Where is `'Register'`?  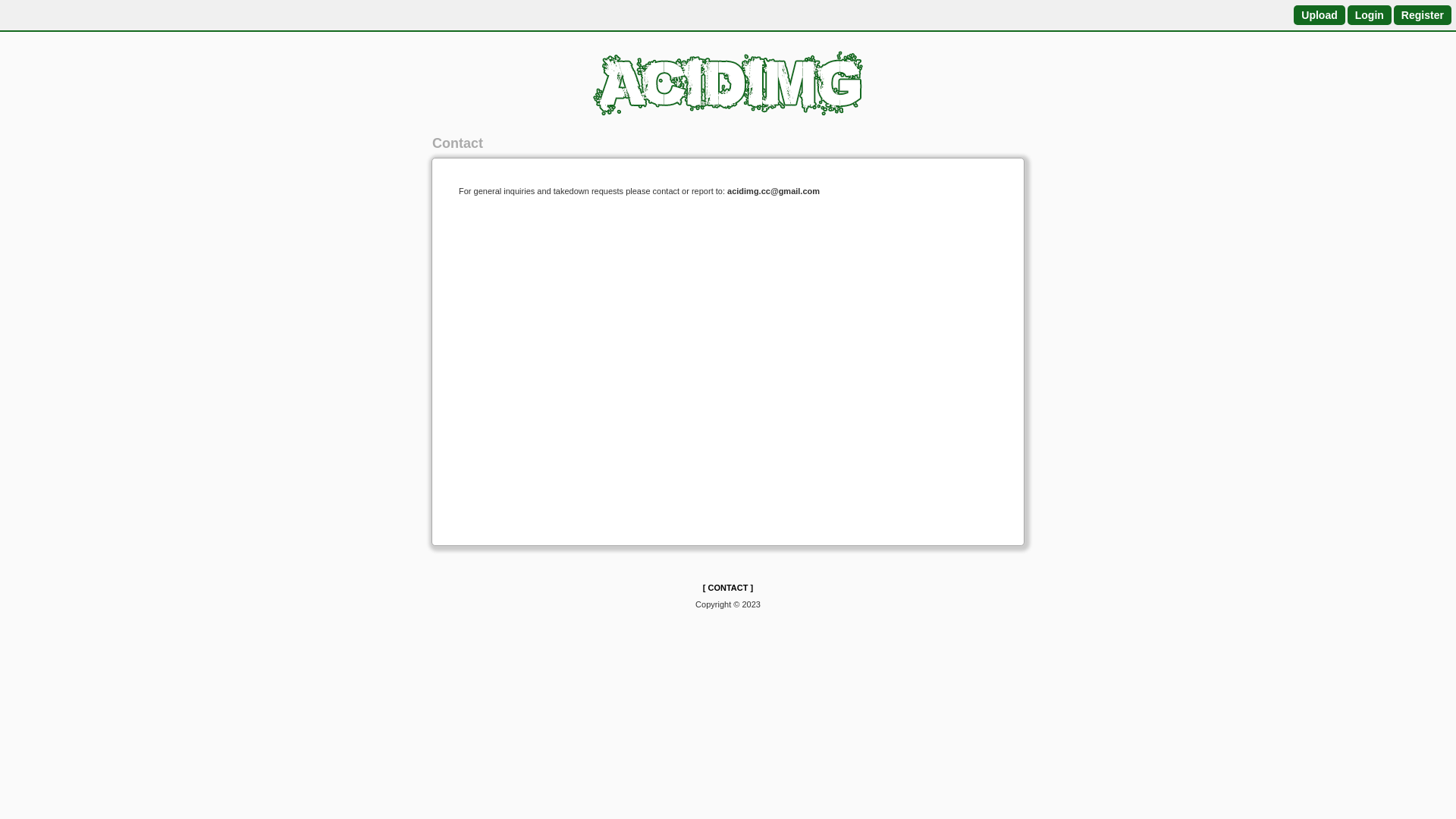
'Register' is located at coordinates (1422, 14).